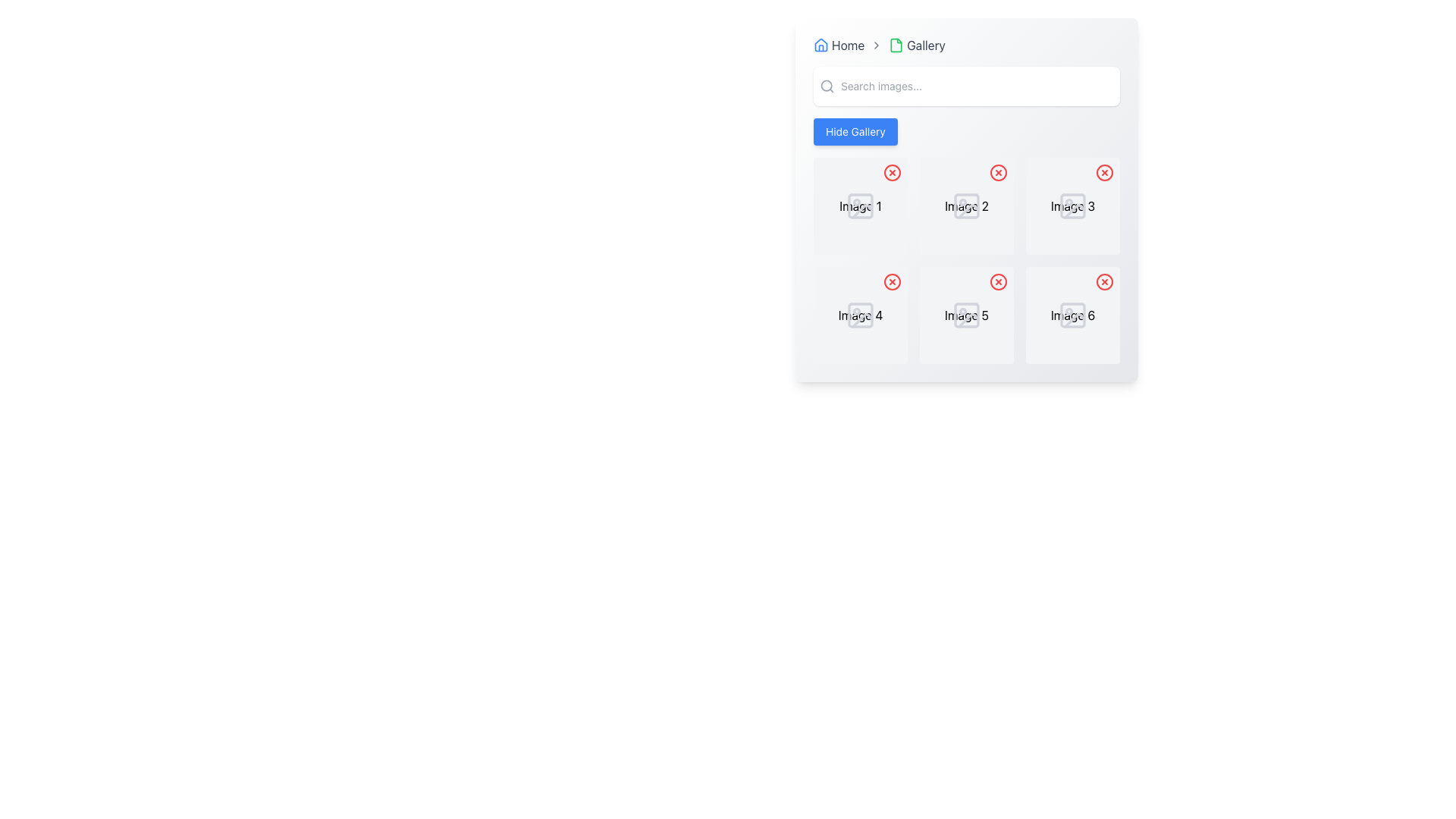  I want to click on the text label reading 'Image 5', so click(966, 315).